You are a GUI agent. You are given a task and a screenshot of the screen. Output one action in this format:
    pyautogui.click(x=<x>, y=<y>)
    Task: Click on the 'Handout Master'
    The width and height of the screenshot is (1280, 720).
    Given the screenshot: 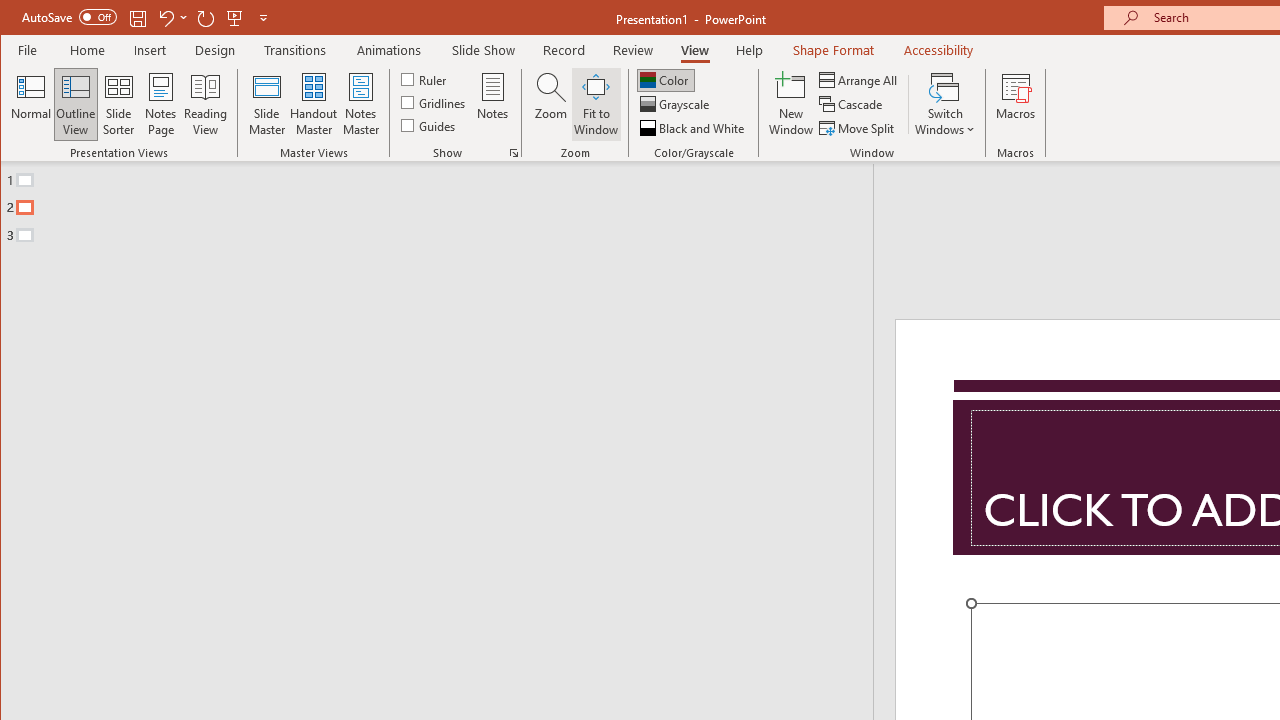 What is the action you would take?
    pyautogui.click(x=313, y=104)
    